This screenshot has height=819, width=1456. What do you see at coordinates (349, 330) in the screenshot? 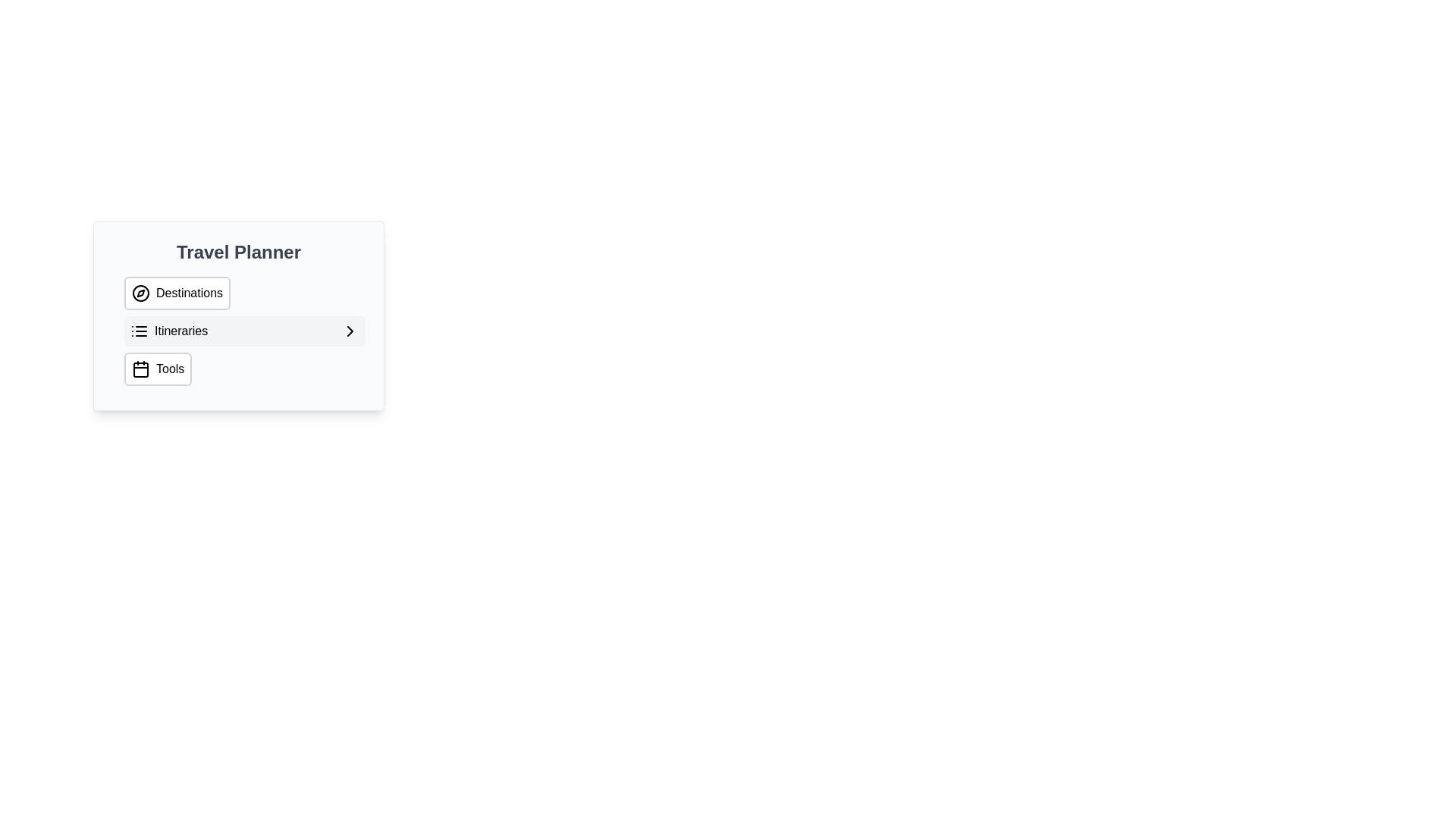
I see `the Chevron - Right icon located to the right of the 'Itineraries' text` at bounding box center [349, 330].